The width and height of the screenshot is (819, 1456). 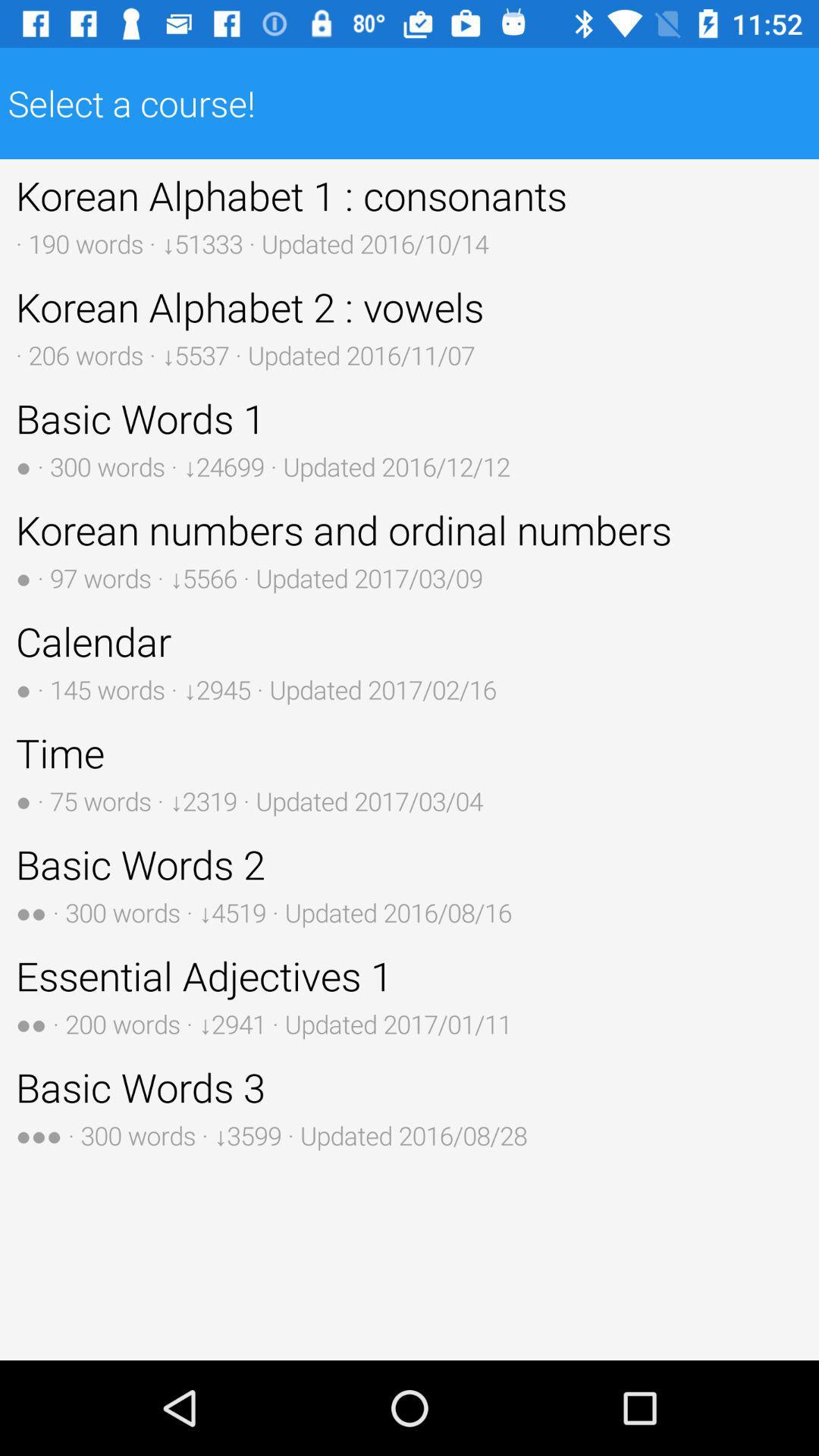 I want to click on icon below korean numbers and, so click(x=409, y=661).